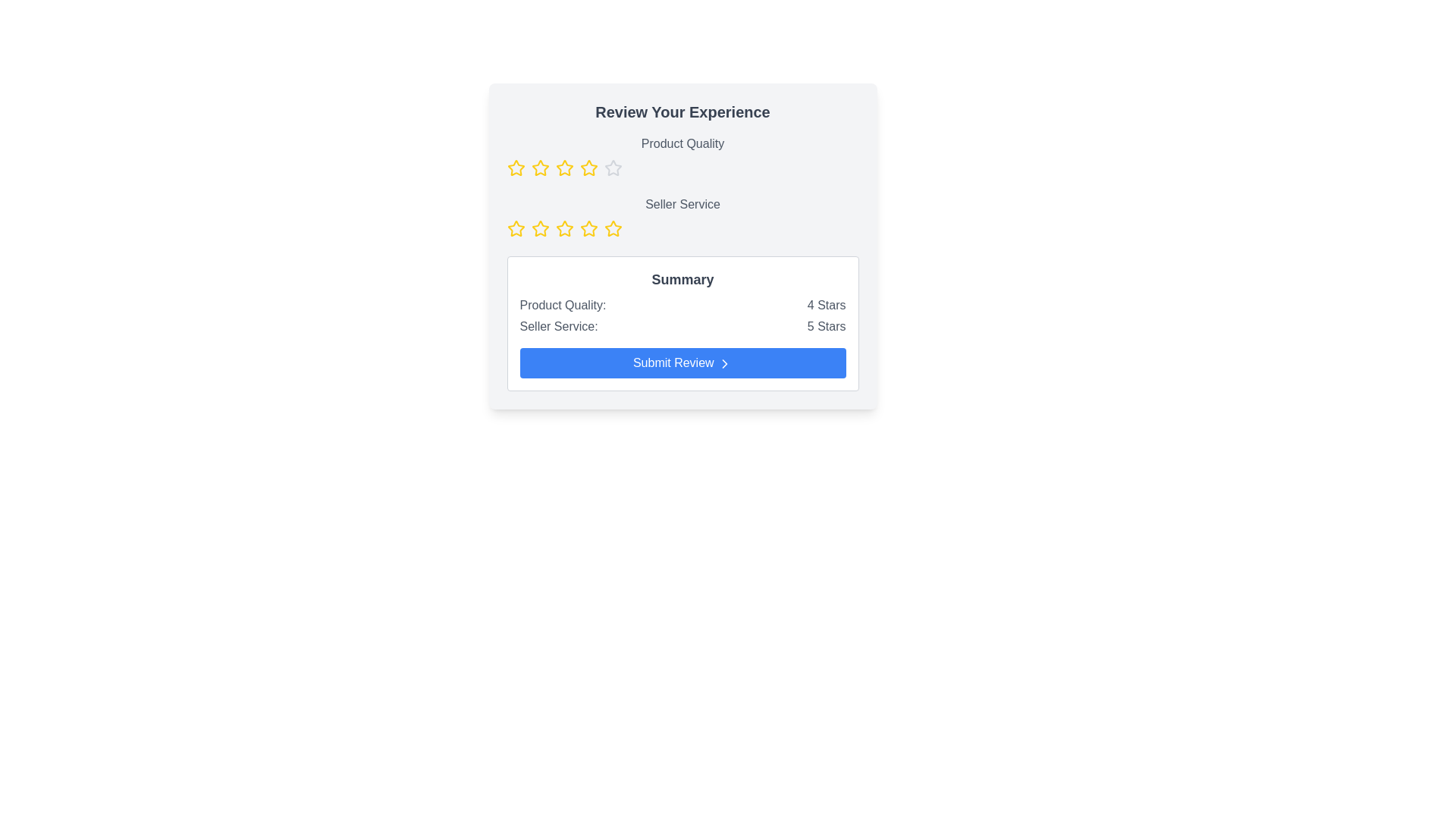 This screenshot has width=1456, height=819. I want to click on the fourth rating star for 'Product Quality', so click(563, 168).